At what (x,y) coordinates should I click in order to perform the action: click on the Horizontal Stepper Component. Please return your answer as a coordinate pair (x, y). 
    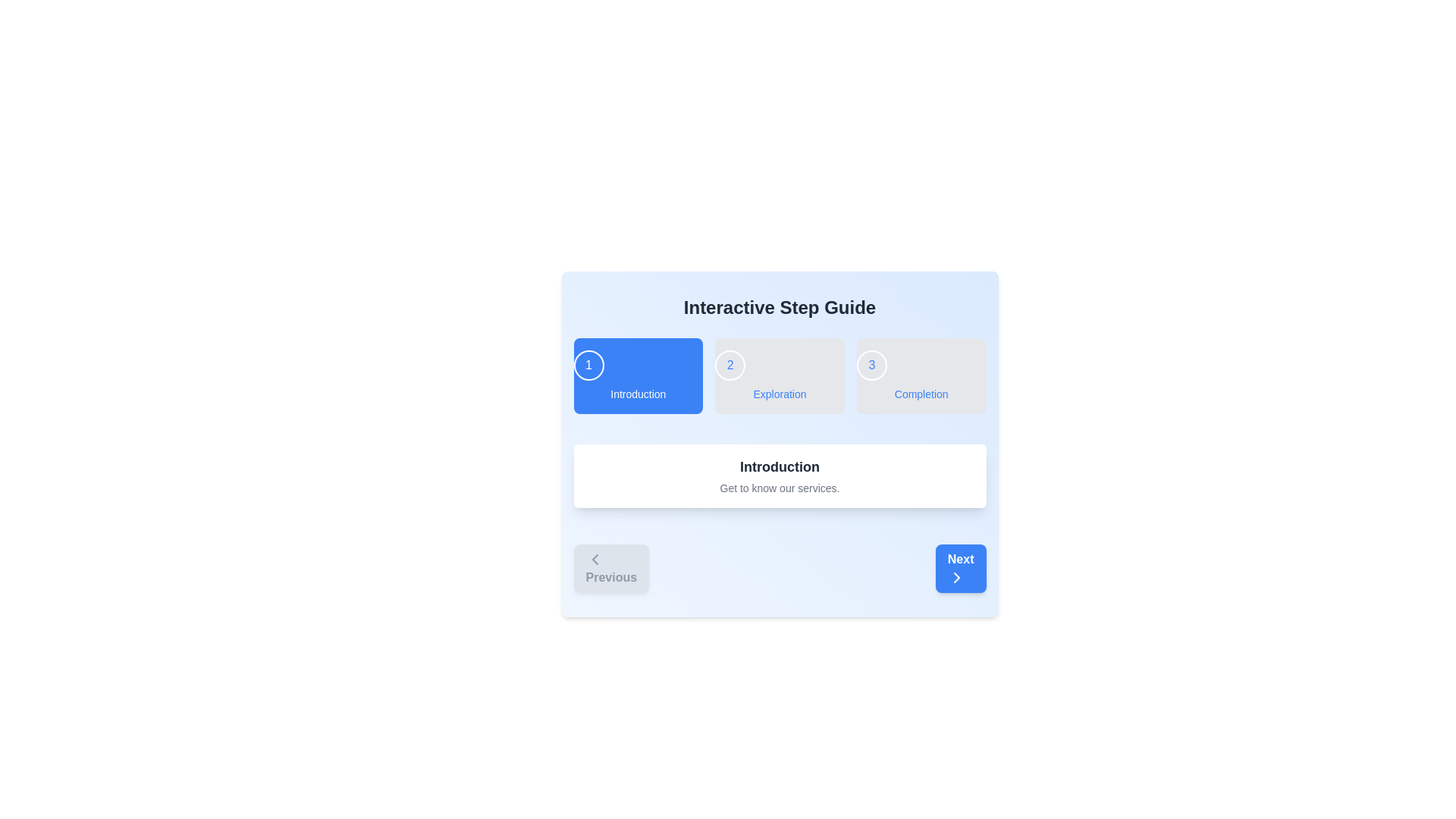
    Looking at the image, I should click on (780, 375).